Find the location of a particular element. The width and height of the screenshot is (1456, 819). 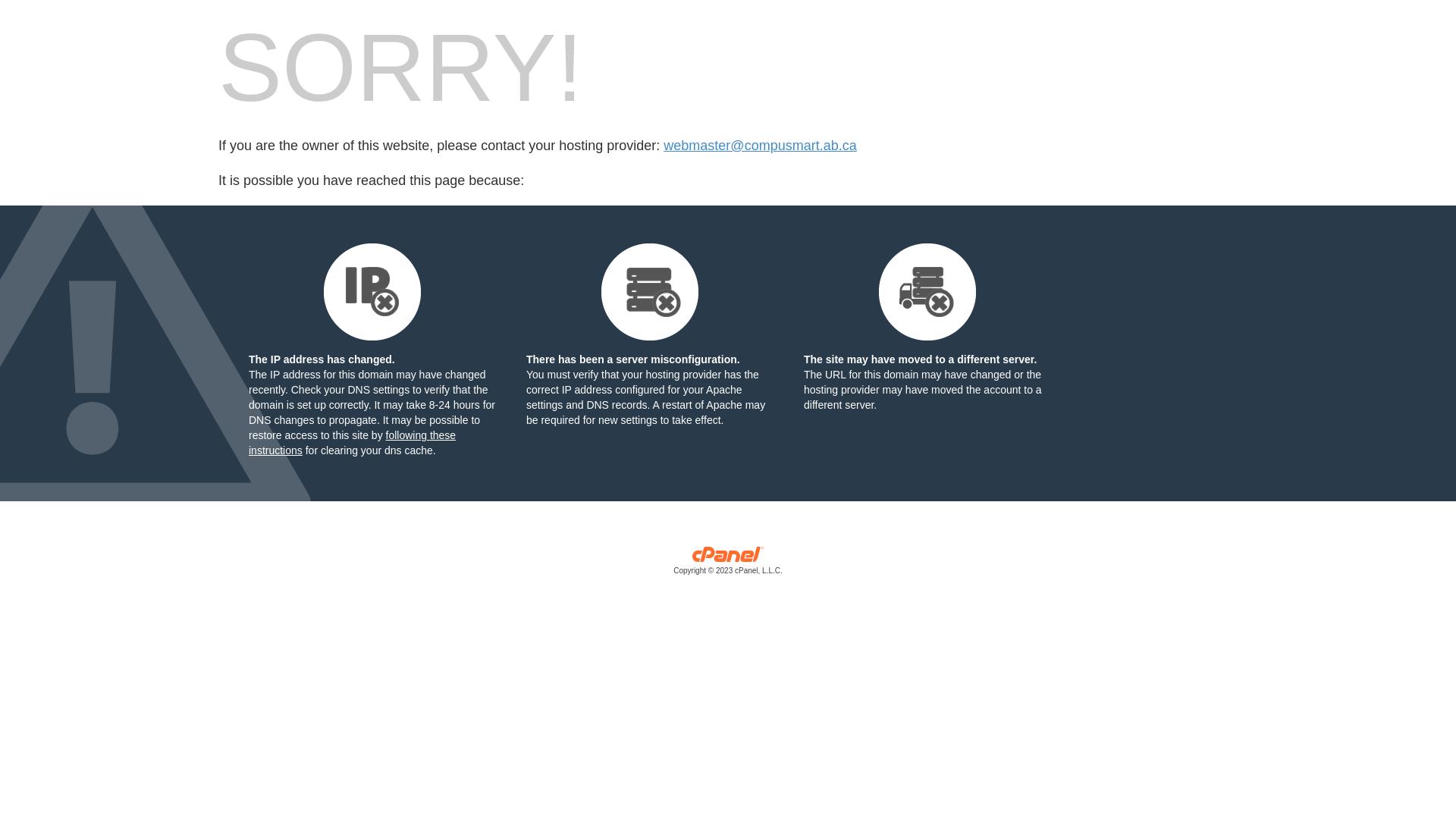

'webmaster@compusmart.ab.ca' is located at coordinates (663, 146).